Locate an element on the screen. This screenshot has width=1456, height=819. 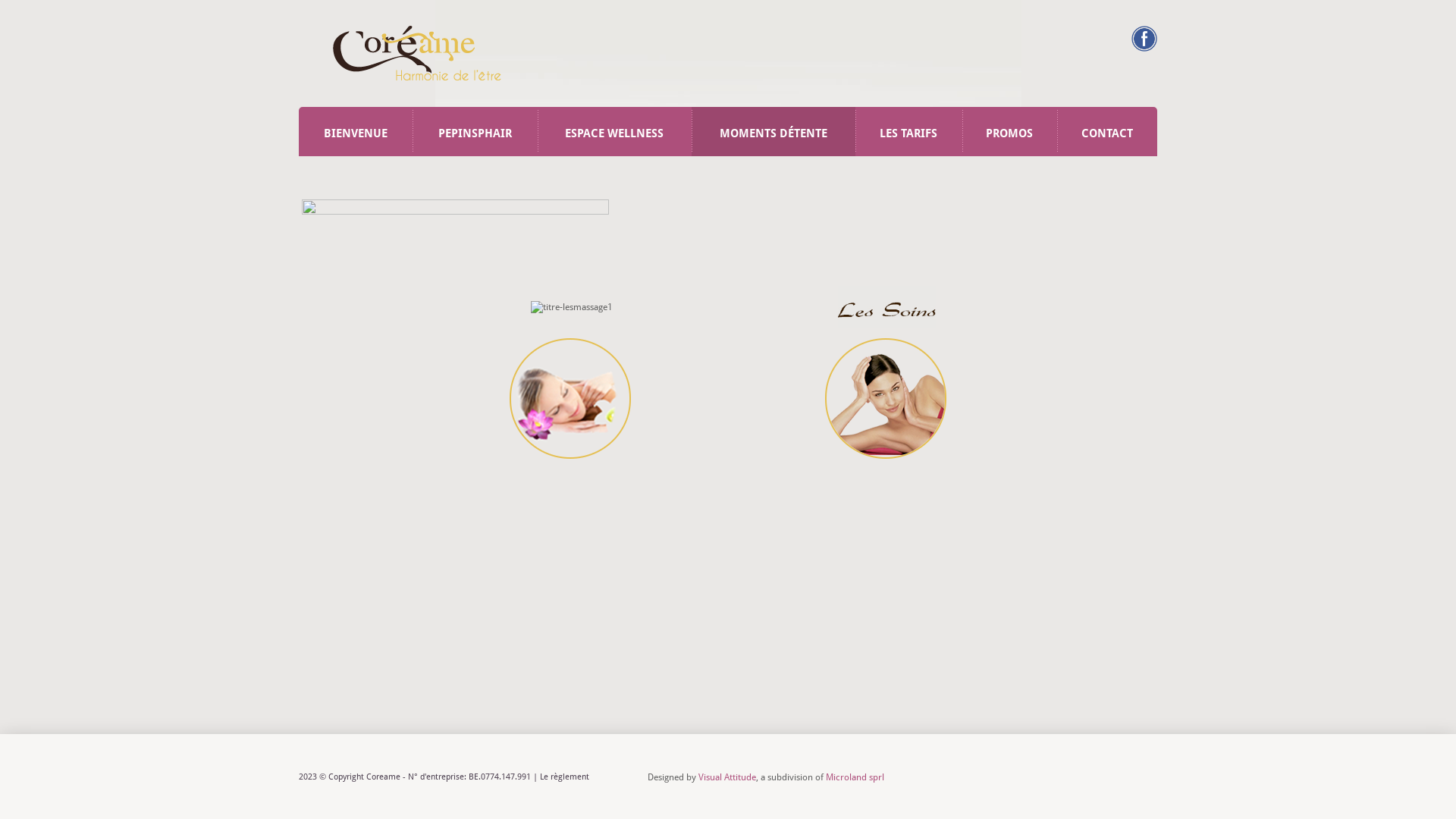
'LES TARIFS' is located at coordinates (908, 130).